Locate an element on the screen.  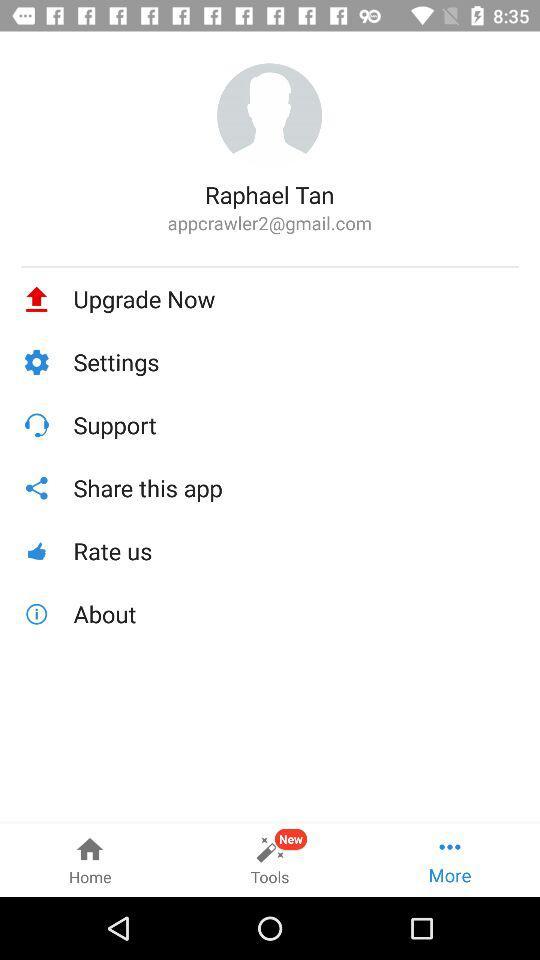
the icon below the settings item is located at coordinates (295, 425).